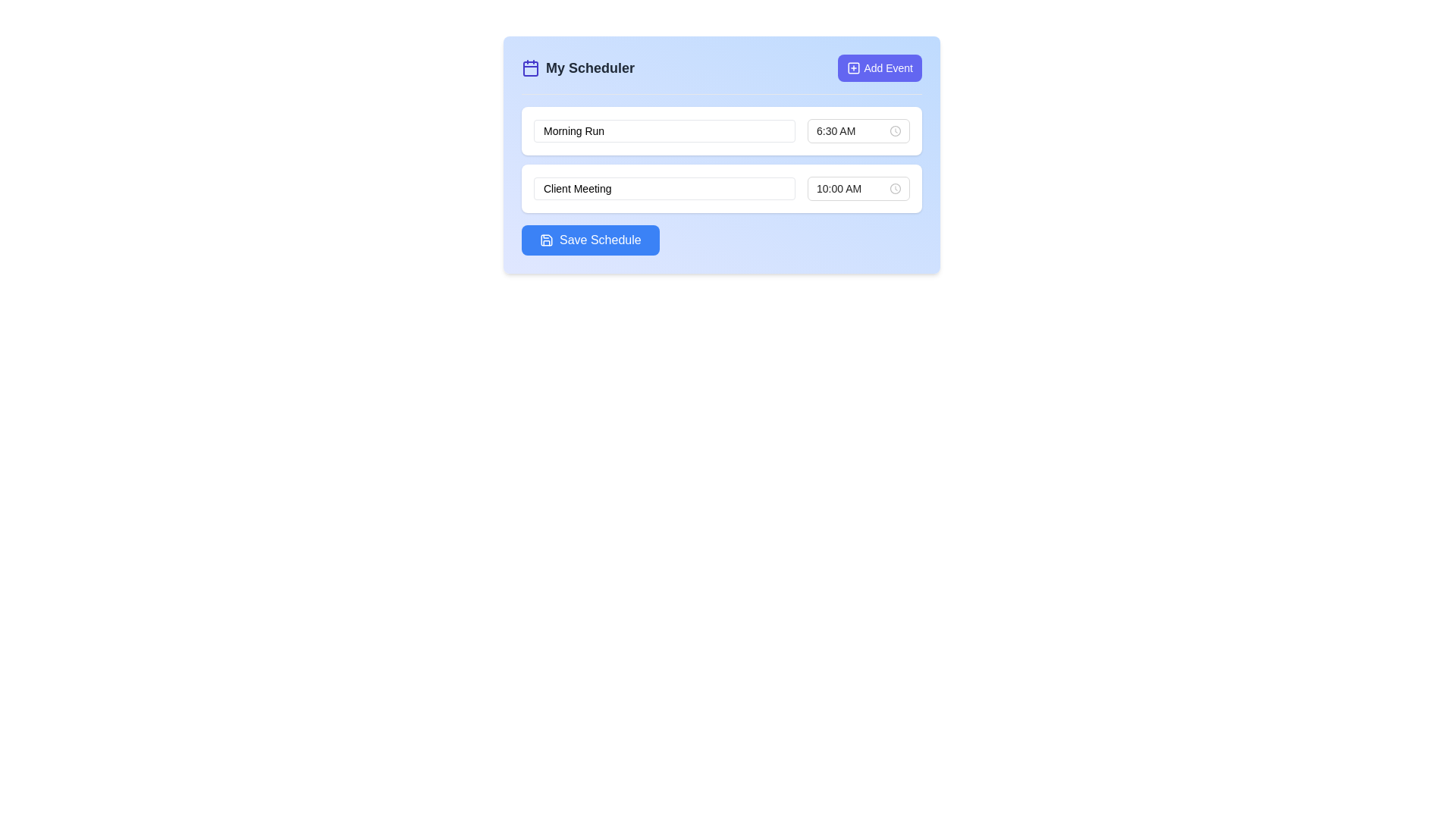 This screenshot has width=1456, height=819. Describe the element at coordinates (531, 69) in the screenshot. I see `the calendar icon located in the top-left section of the interface, next to the text 'My Scheduler', which serves as the primary graphical representation of the calendar` at that location.